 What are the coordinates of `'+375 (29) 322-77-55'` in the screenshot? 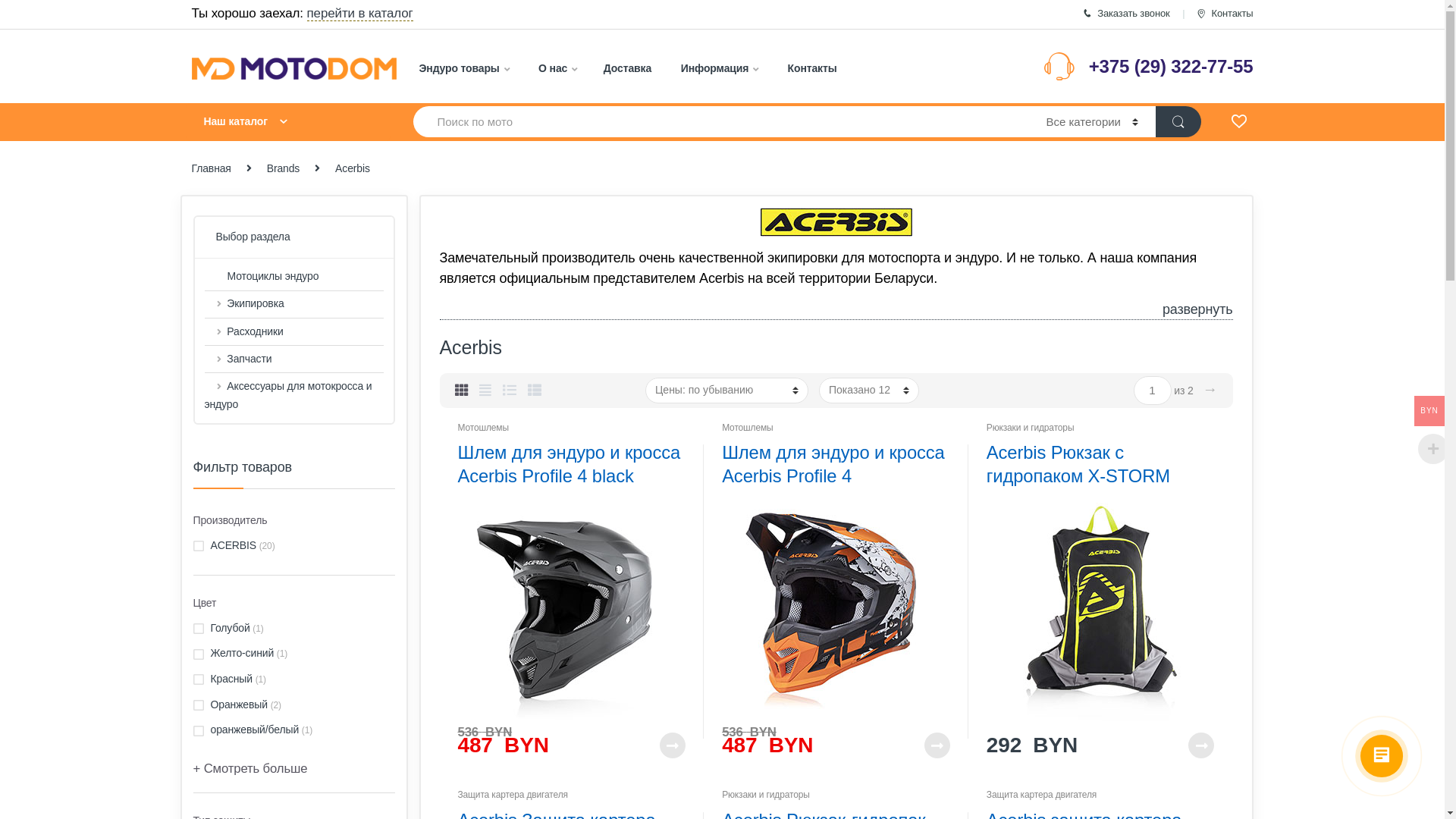 It's located at (1170, 66).